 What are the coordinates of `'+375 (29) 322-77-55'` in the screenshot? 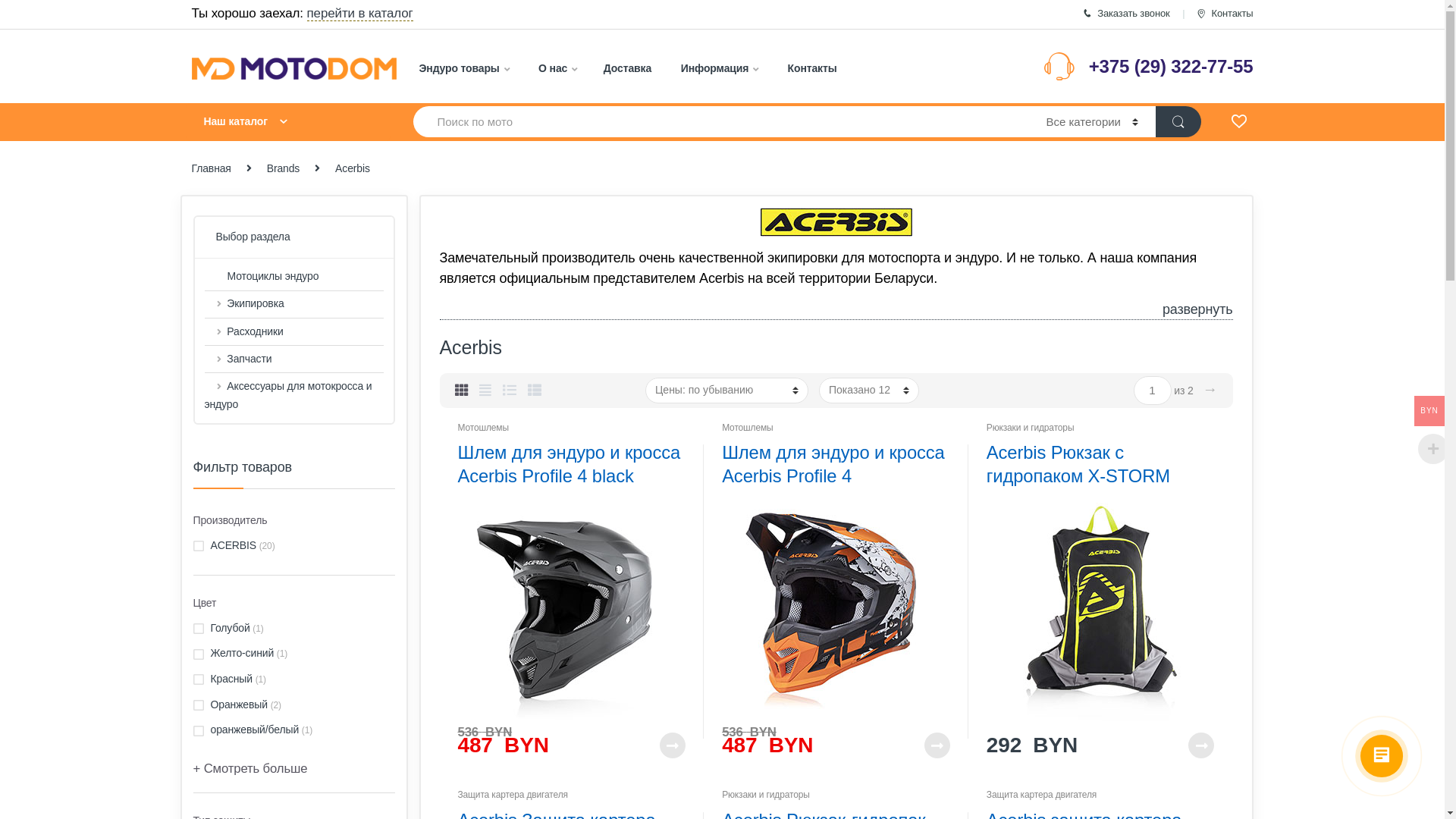 It's located at (1170, 66).